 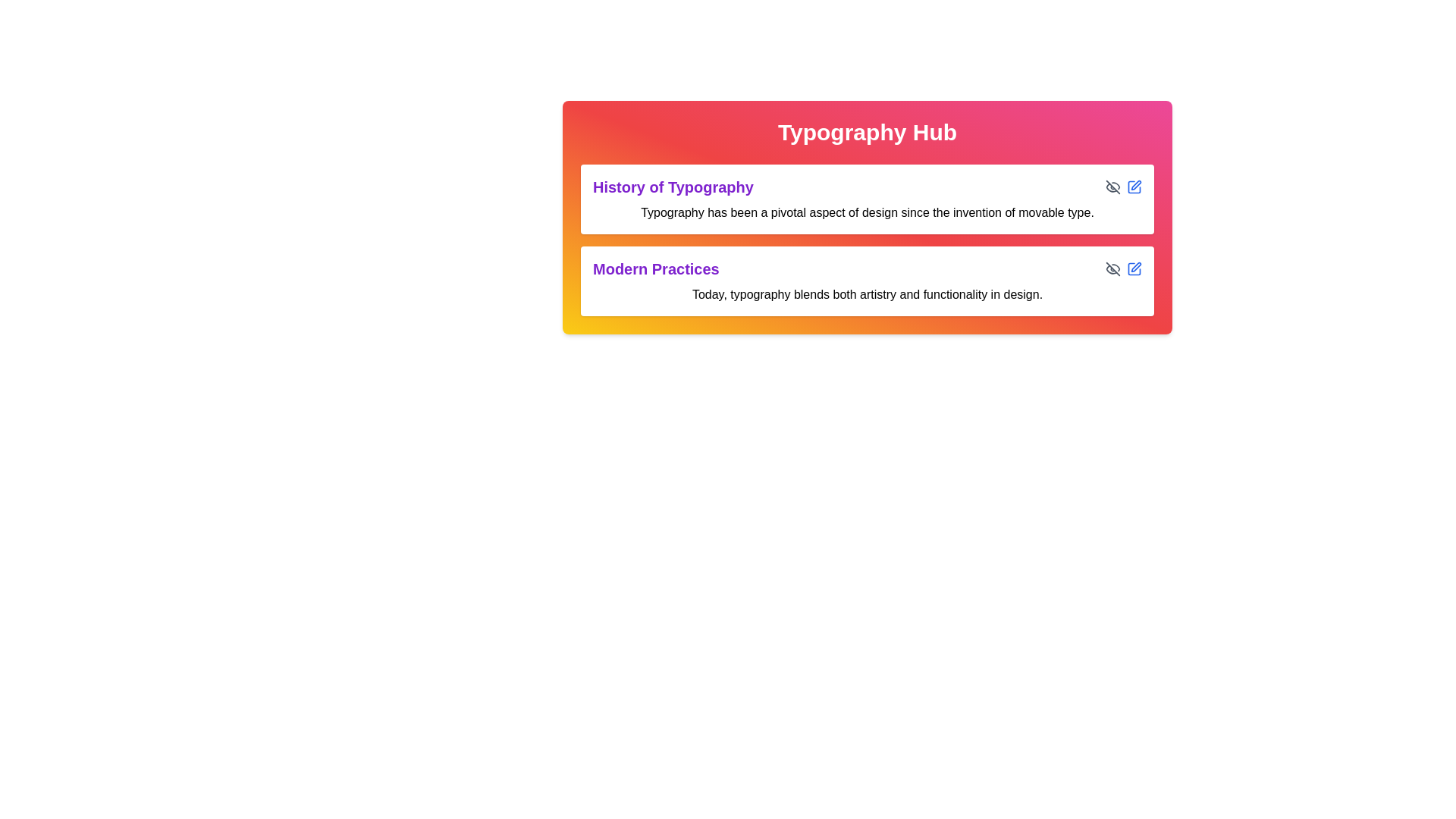 I want to click on the diagonal slash element of the 'Eye Off' icon located at the corner of the second card labeled 'Modern Practices.', so click(x=1113, y=268).